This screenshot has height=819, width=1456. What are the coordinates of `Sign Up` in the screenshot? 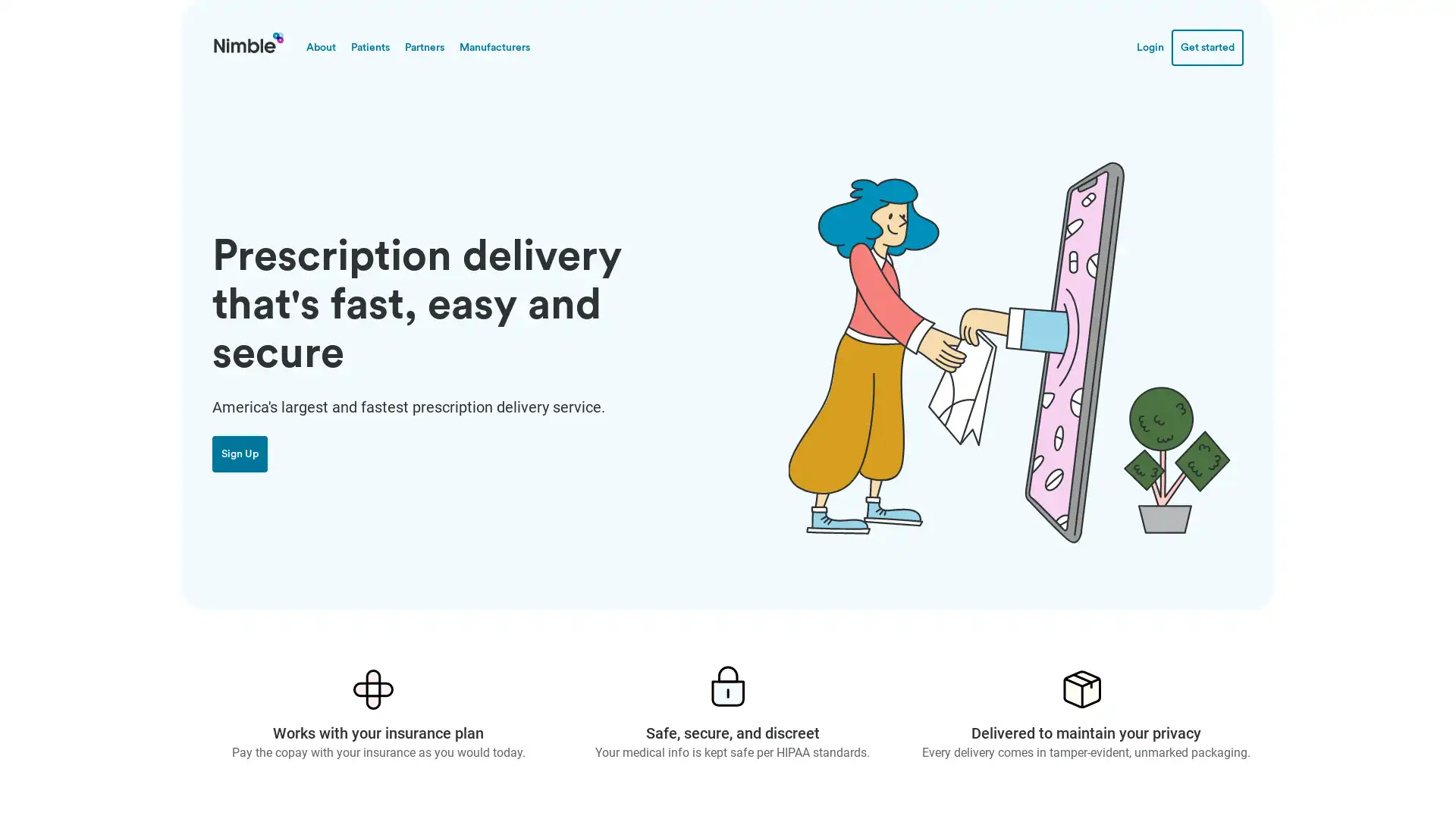 It's located at (239, 453).